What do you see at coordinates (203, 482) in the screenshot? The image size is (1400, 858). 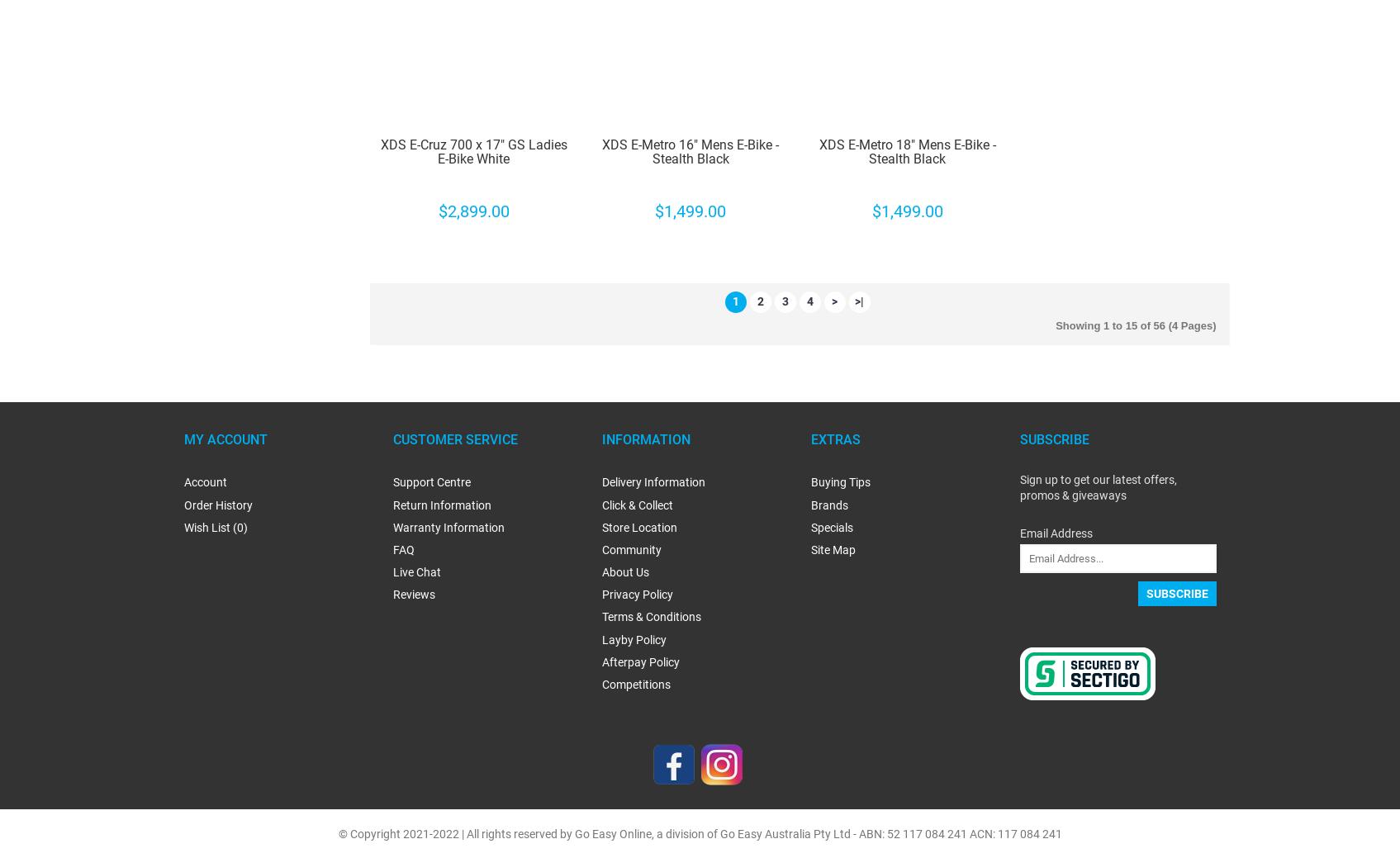 I see `'Account'` at bounding box center [203, 482].